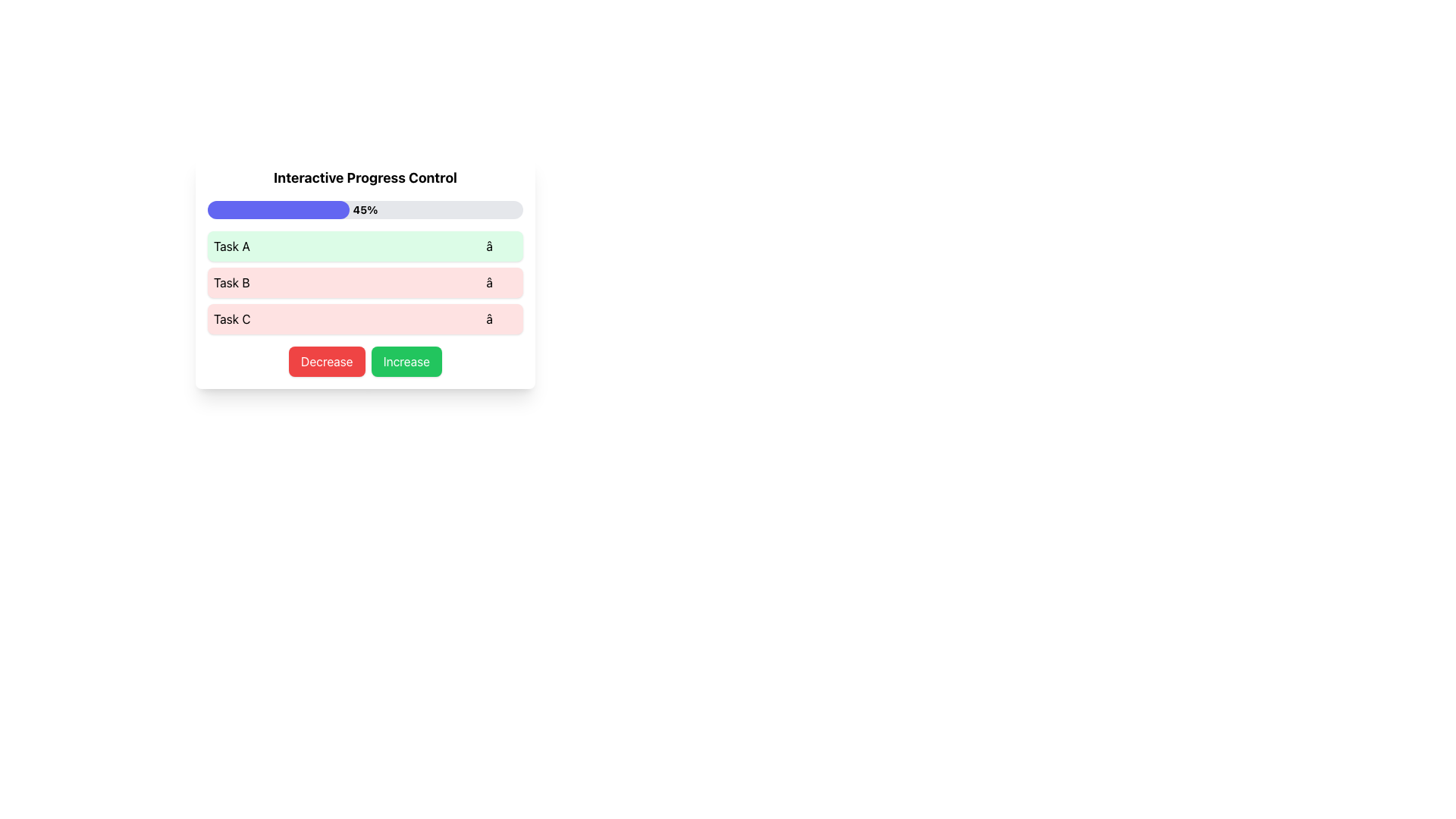  Describe the element at coordinates (326, 362) in the screenshot. I see `the 'Decrease' button located at the center bottom of the section, which is the first button from the left among two buttons` at that location.